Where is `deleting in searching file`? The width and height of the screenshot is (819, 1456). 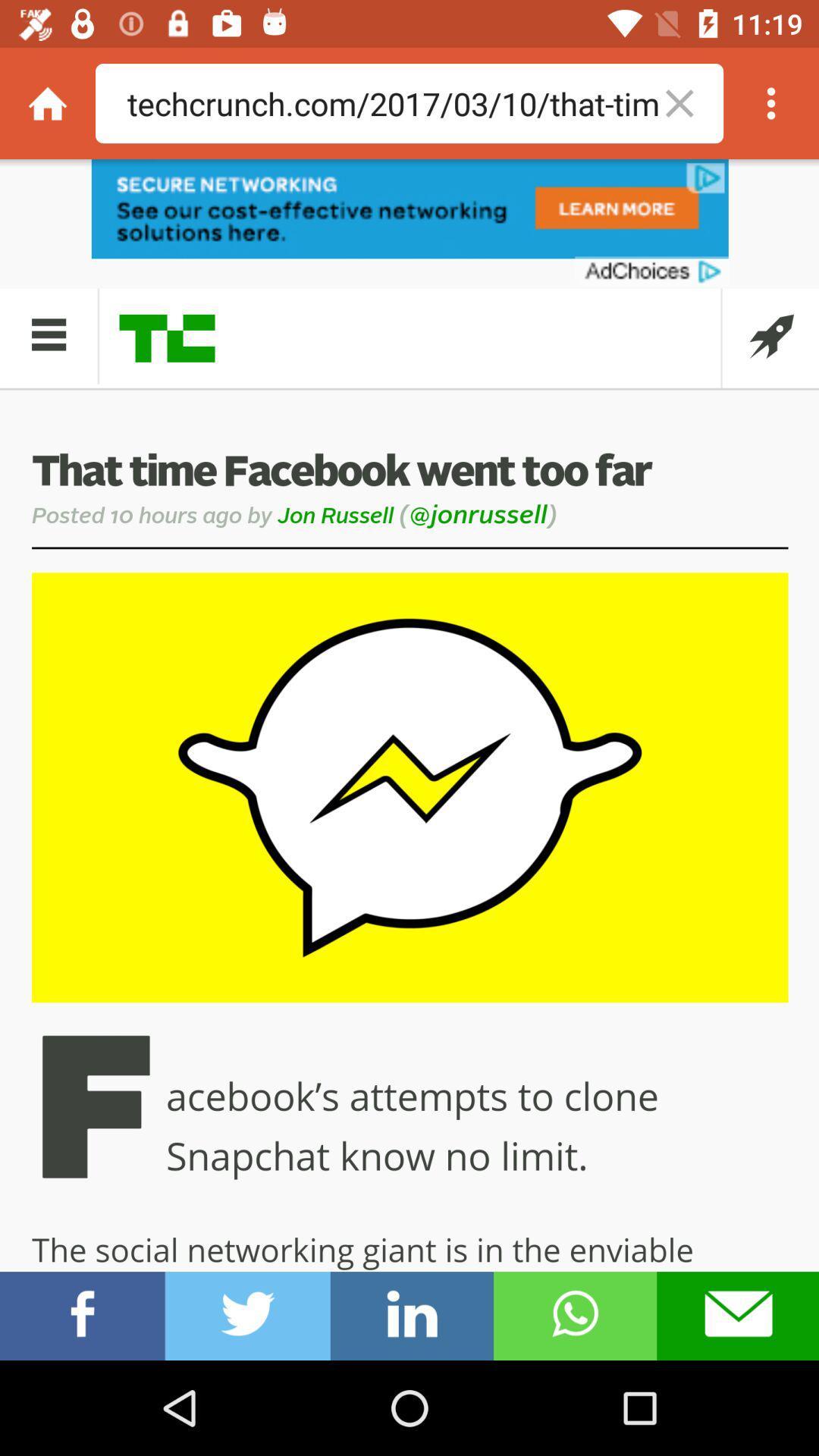
deleting in searching file is located at coordinates (771, 102).